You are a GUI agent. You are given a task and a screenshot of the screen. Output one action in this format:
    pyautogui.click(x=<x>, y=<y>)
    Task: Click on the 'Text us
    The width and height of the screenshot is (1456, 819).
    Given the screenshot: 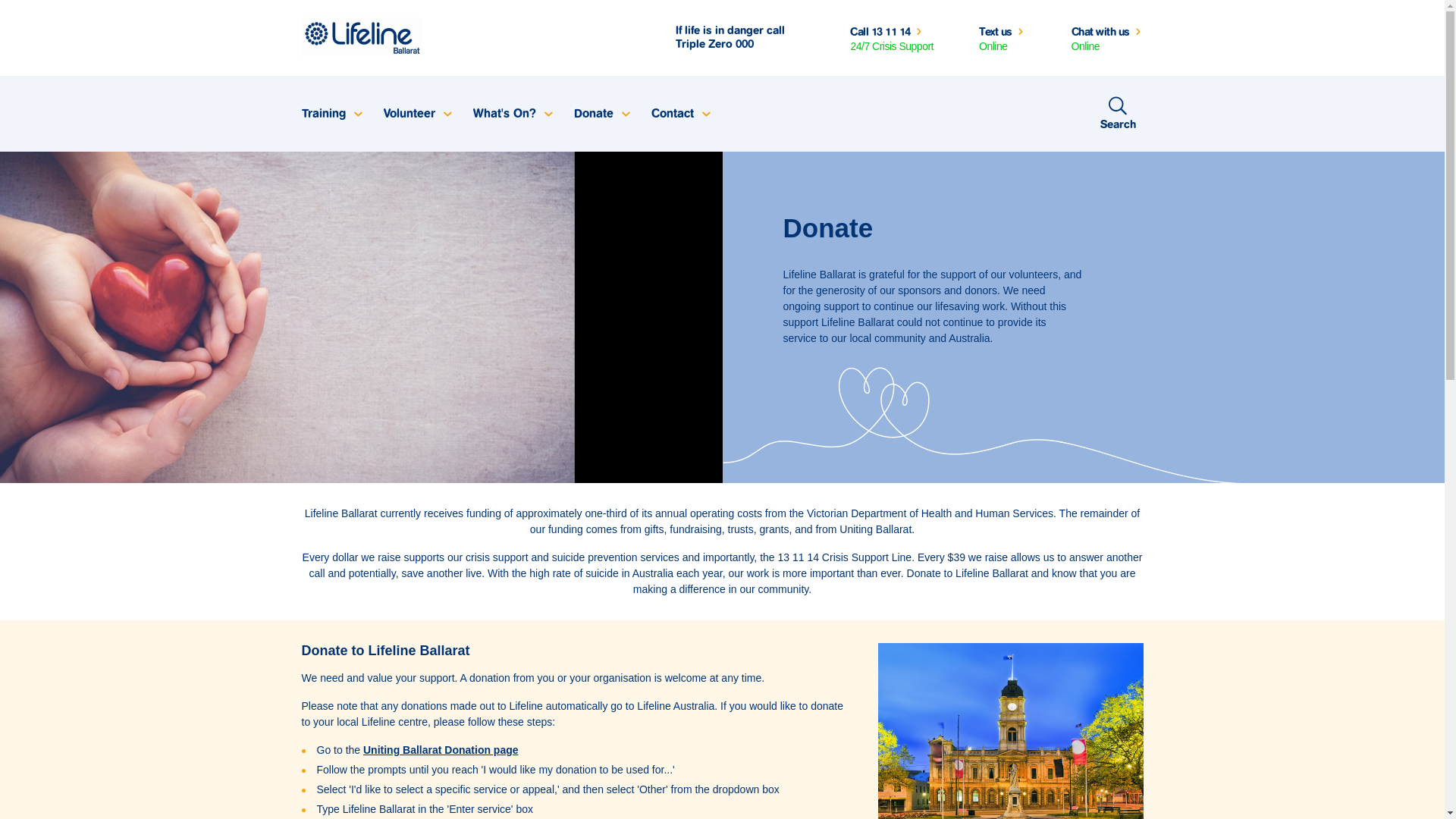 What is the action you would take?
    pyautogui.click(x=1002, y=37)
    